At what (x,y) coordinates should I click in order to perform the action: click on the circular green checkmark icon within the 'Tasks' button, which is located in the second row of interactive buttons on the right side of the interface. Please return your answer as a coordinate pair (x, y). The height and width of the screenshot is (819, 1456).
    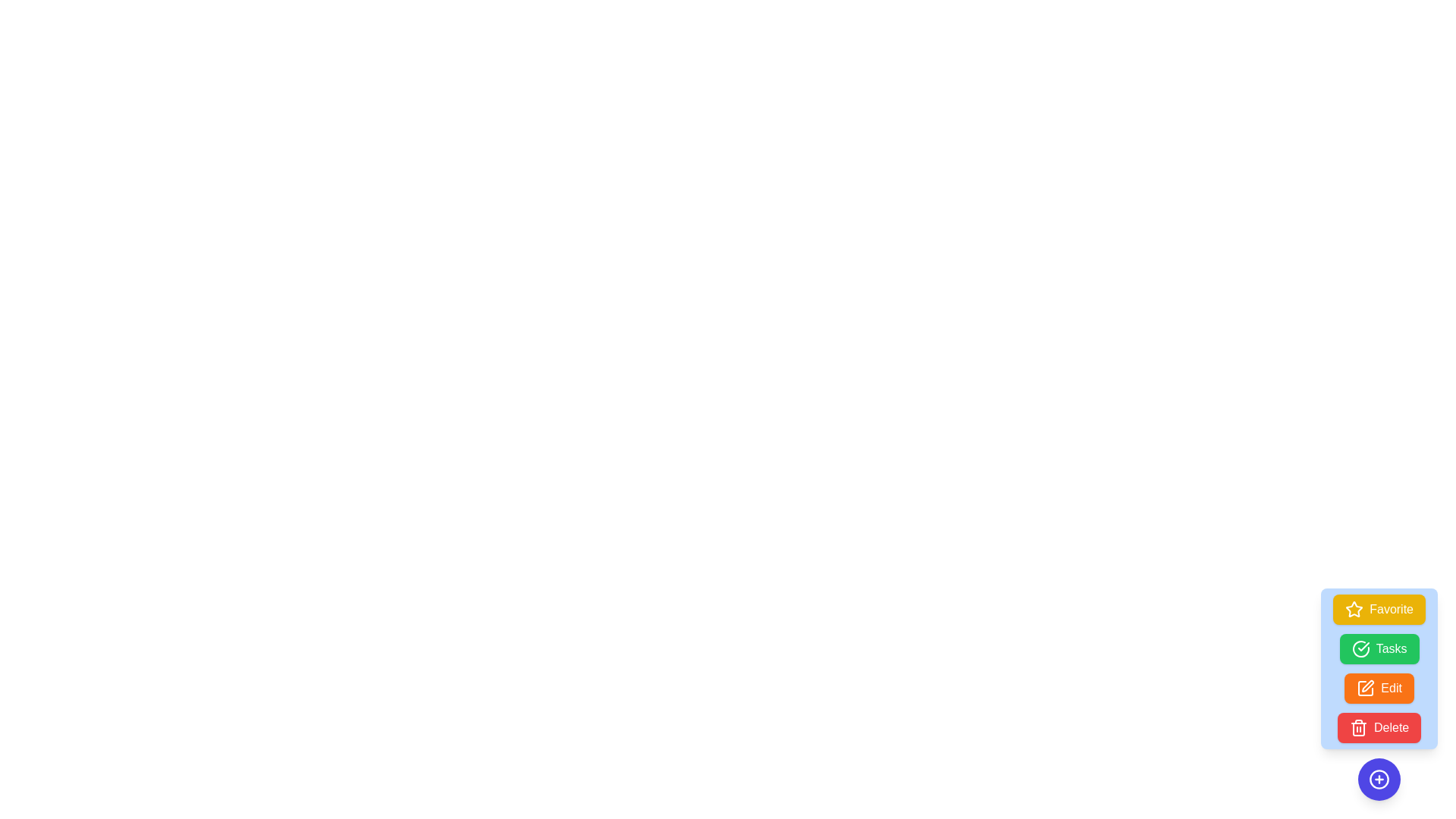
    Looking at the image, I should click on (1360, 648).